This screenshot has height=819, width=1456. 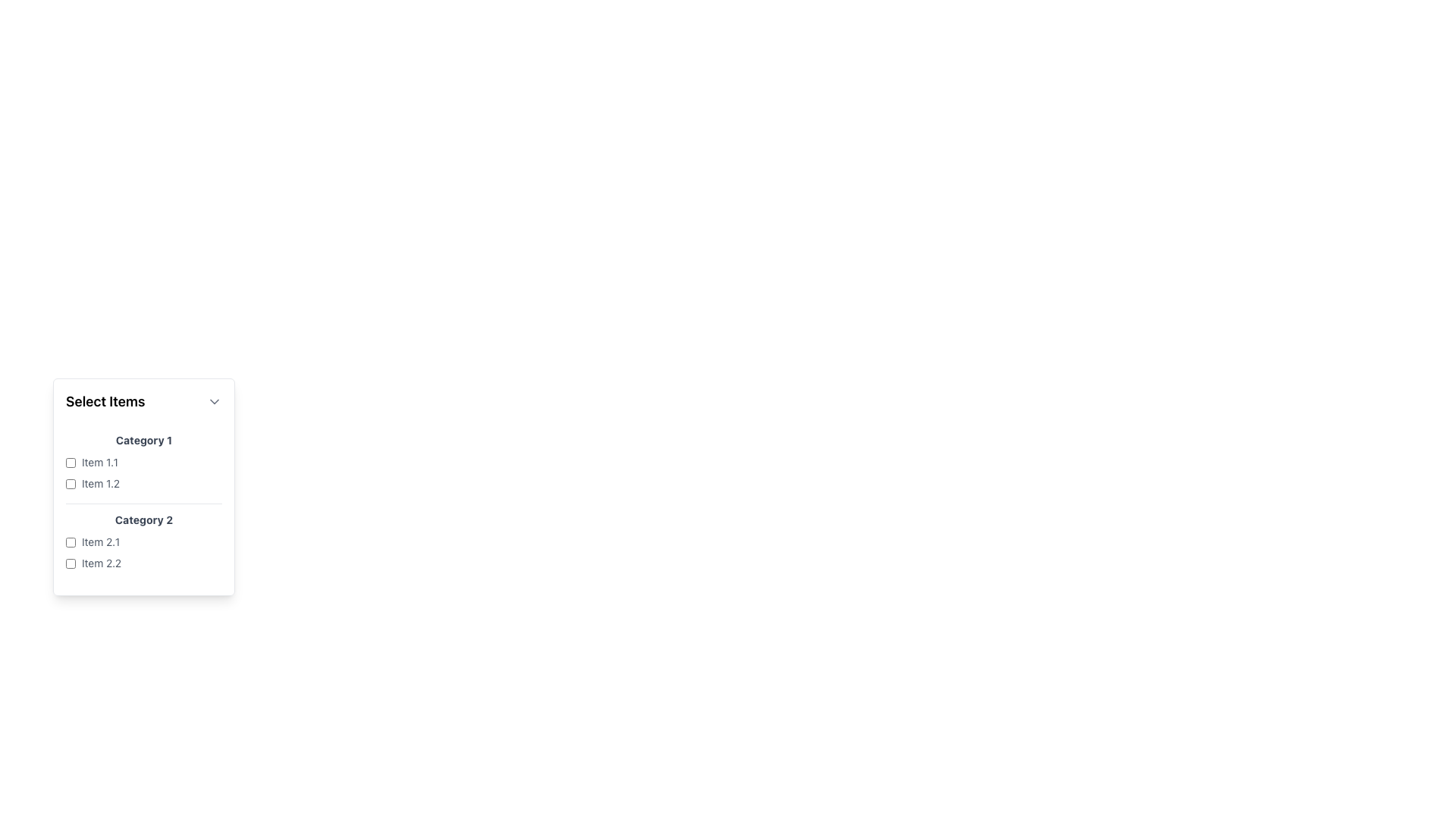 What do you see at coordinates (214, 400) in the screenshot?
I see `the toggle button icon located to the right of the 'Select Items' label in the header section of the card` at bounding box center [214, 400].